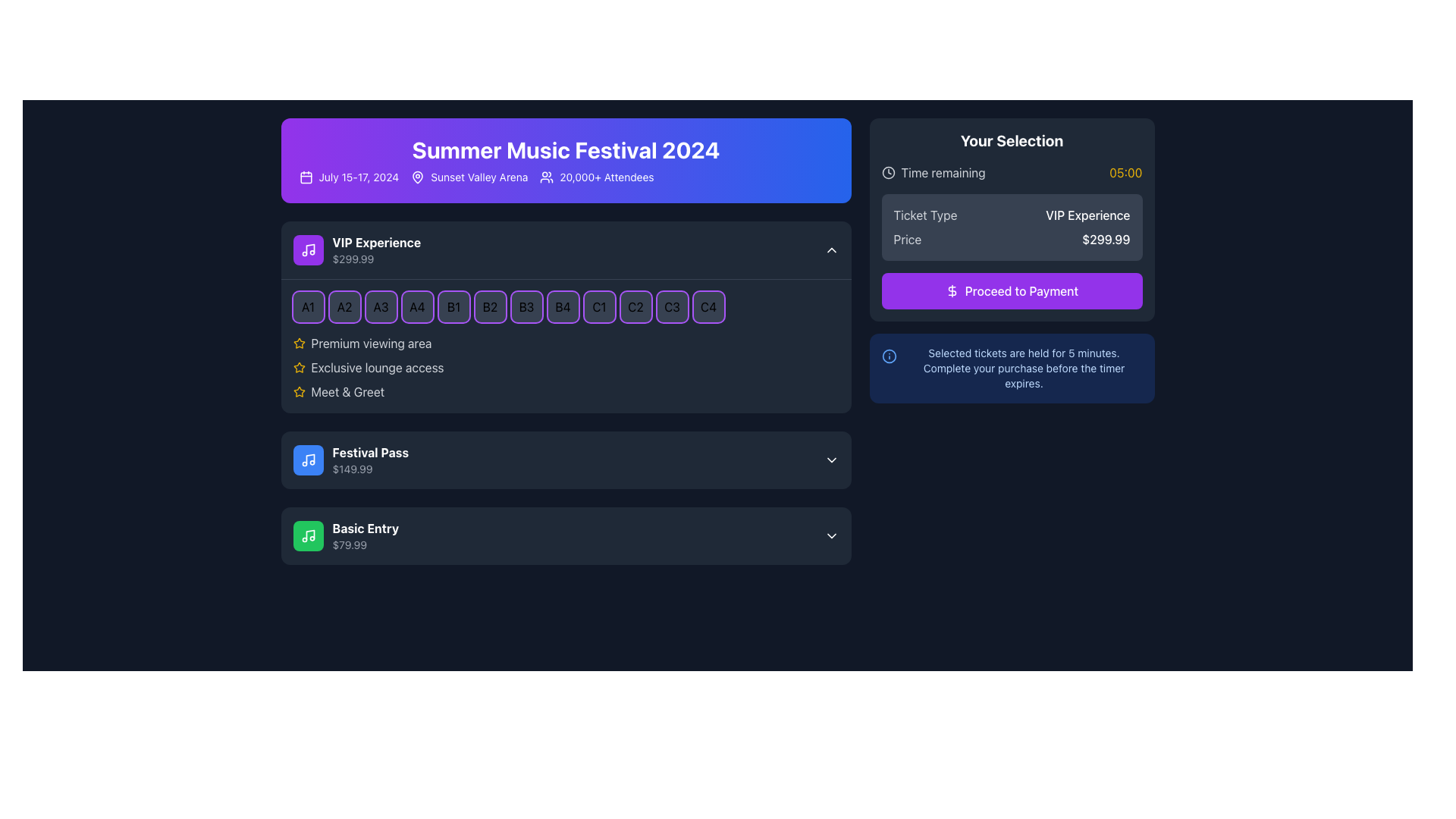 The height and width of the screenshot is (819, 1456). What do you see at coordinates (366, 528) in the screenshot?
I see `the bold text label reading 'Basic Entry' in the ticket pricing section, located at the top of the card for this ticket option` at bounding box center [366, 528].